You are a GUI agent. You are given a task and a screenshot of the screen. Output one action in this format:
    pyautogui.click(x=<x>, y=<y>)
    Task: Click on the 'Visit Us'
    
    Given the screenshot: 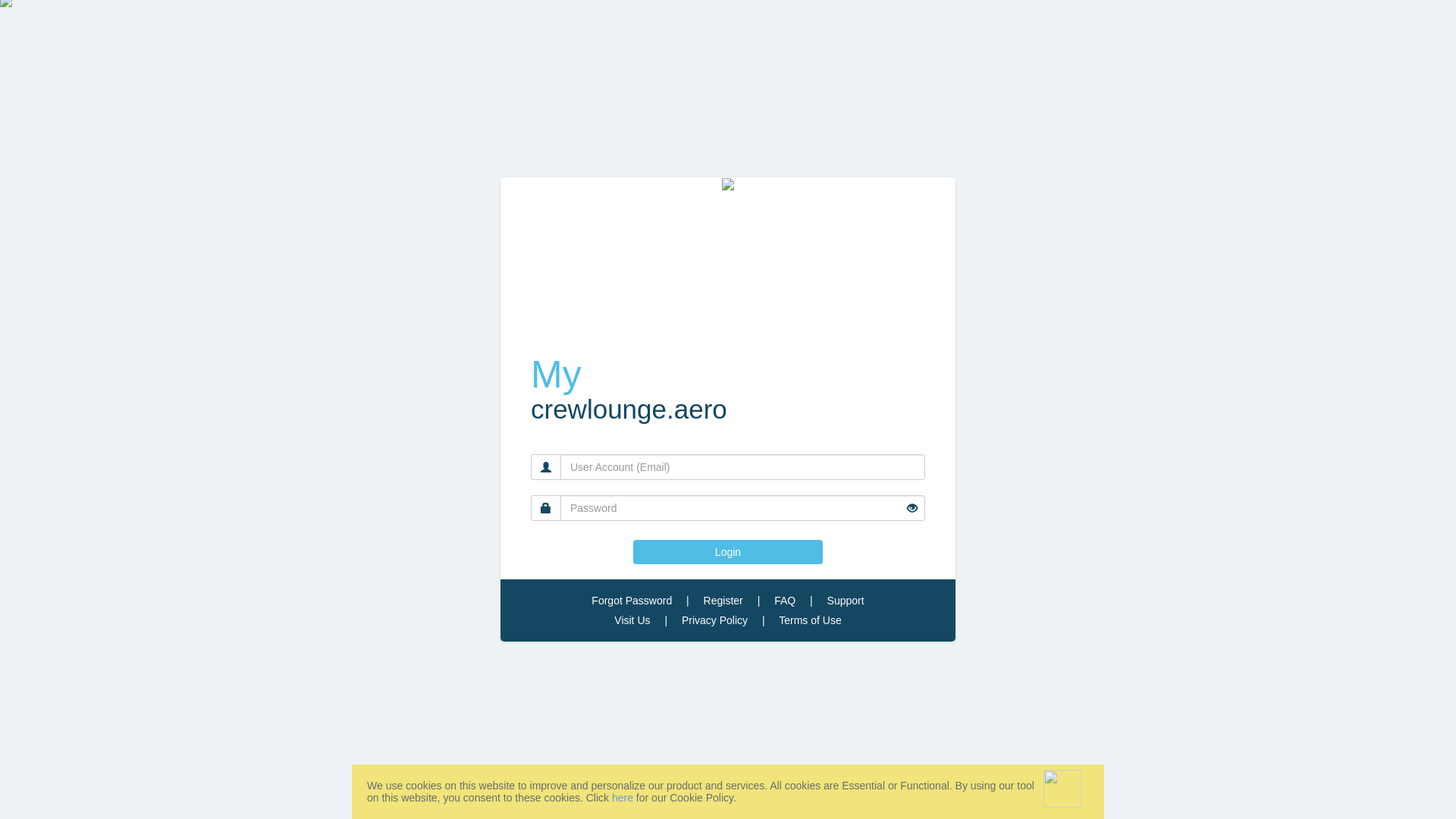 What is the action you would take?
    pyautogui.click(x=632, y=620)
    